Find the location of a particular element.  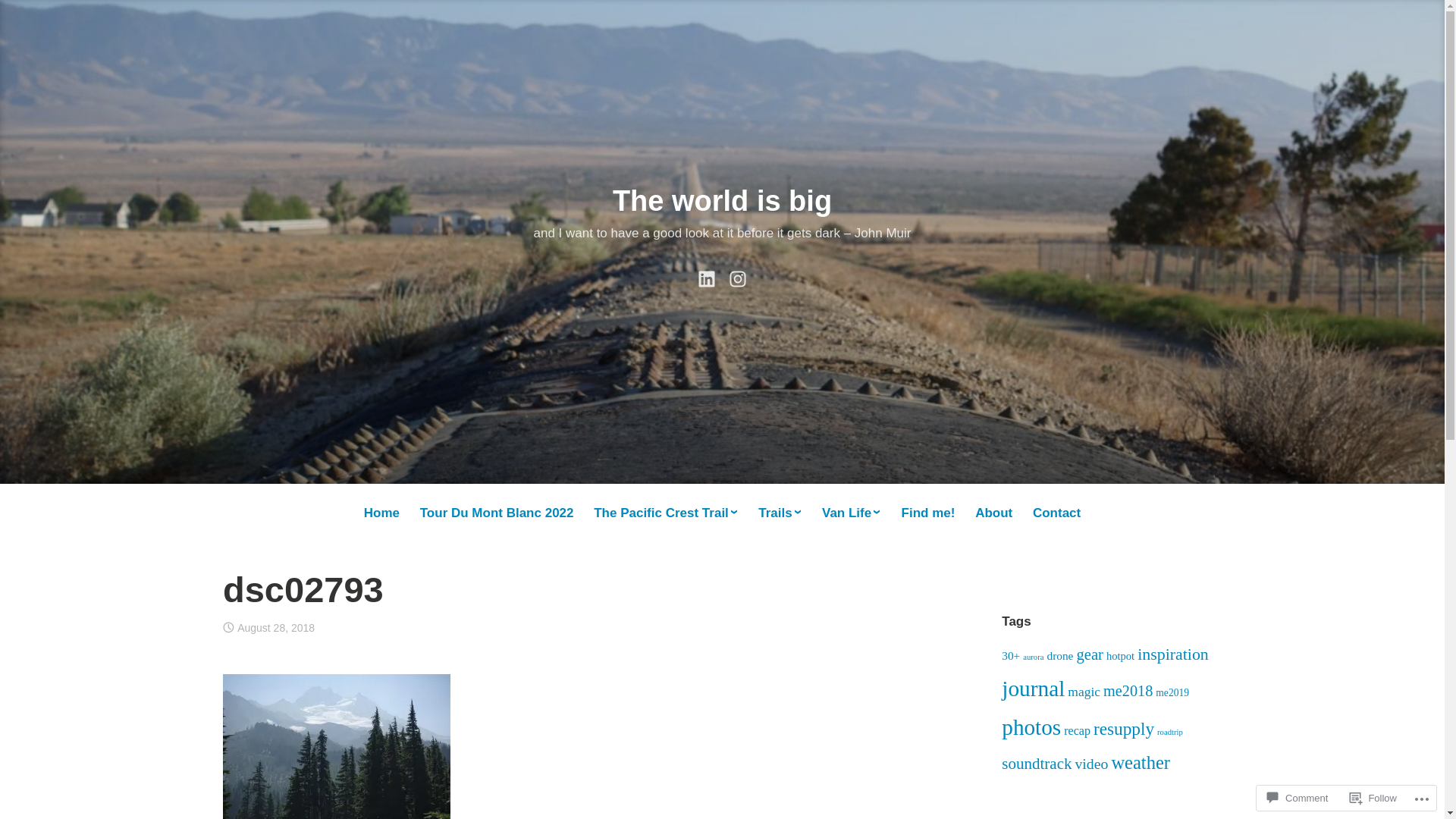

'photos' is located at coordinates (1031, 726).